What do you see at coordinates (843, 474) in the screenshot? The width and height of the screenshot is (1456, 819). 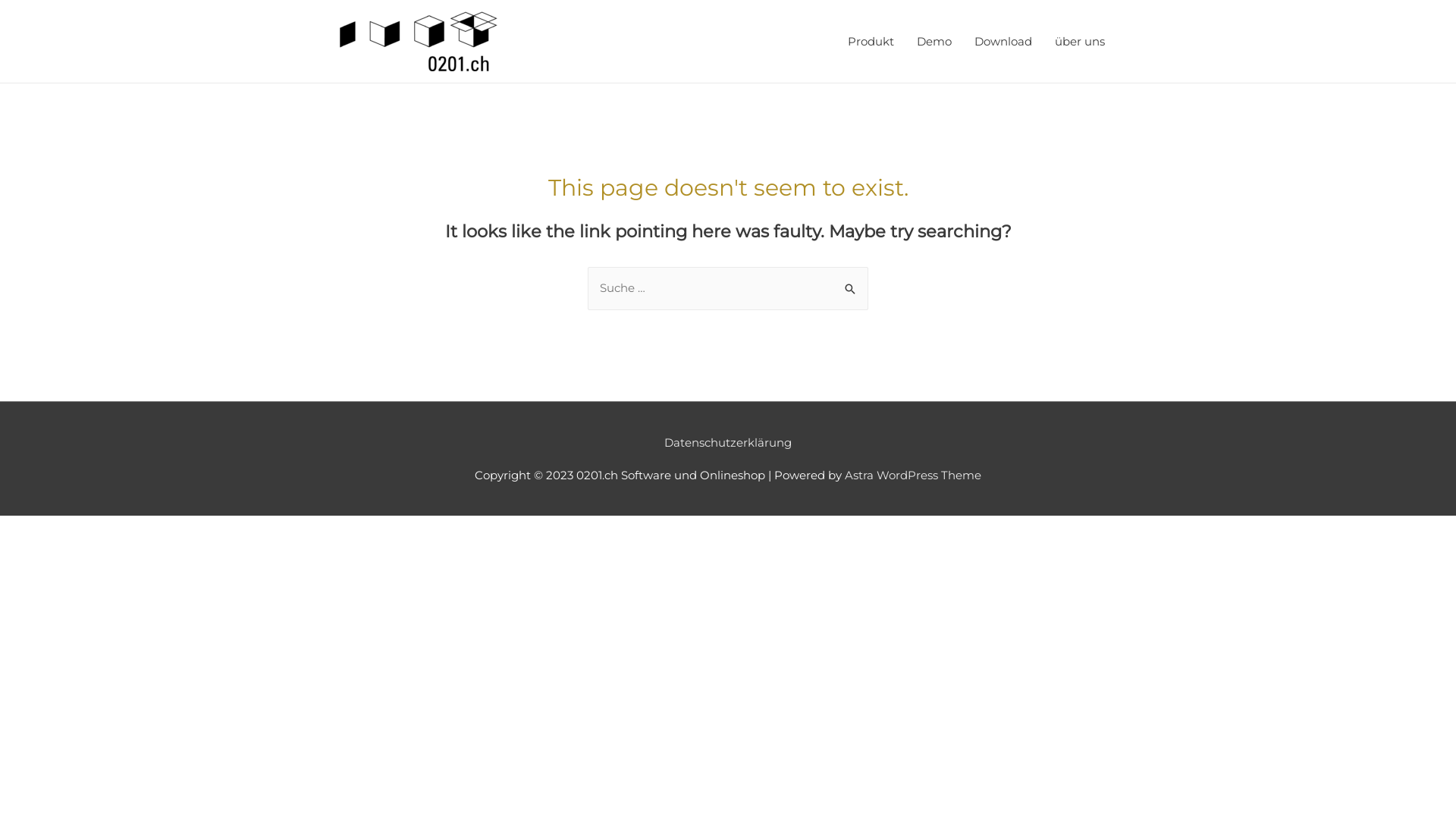 I see `'Astra WordPress Theme'` at bounding box center [843, 474].